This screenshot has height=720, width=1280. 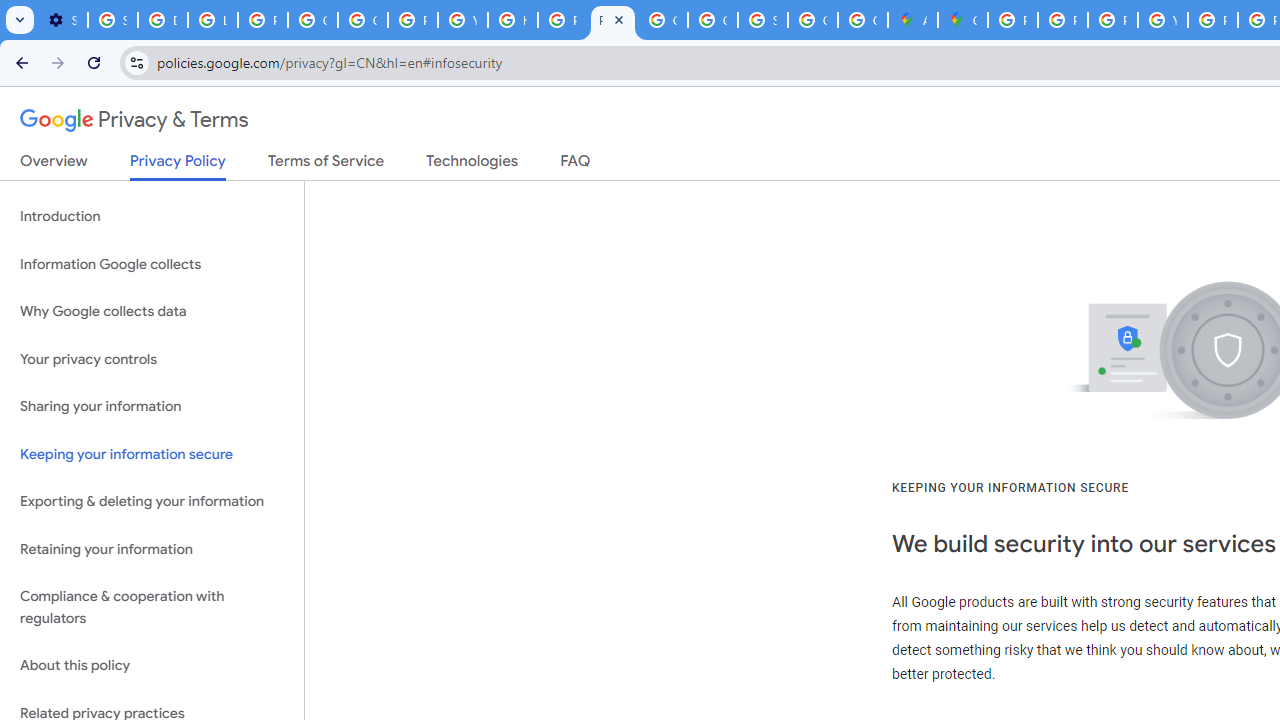 I want to click on 'Privacy Help Center - Policies Help', so click(x=1062, y=20).